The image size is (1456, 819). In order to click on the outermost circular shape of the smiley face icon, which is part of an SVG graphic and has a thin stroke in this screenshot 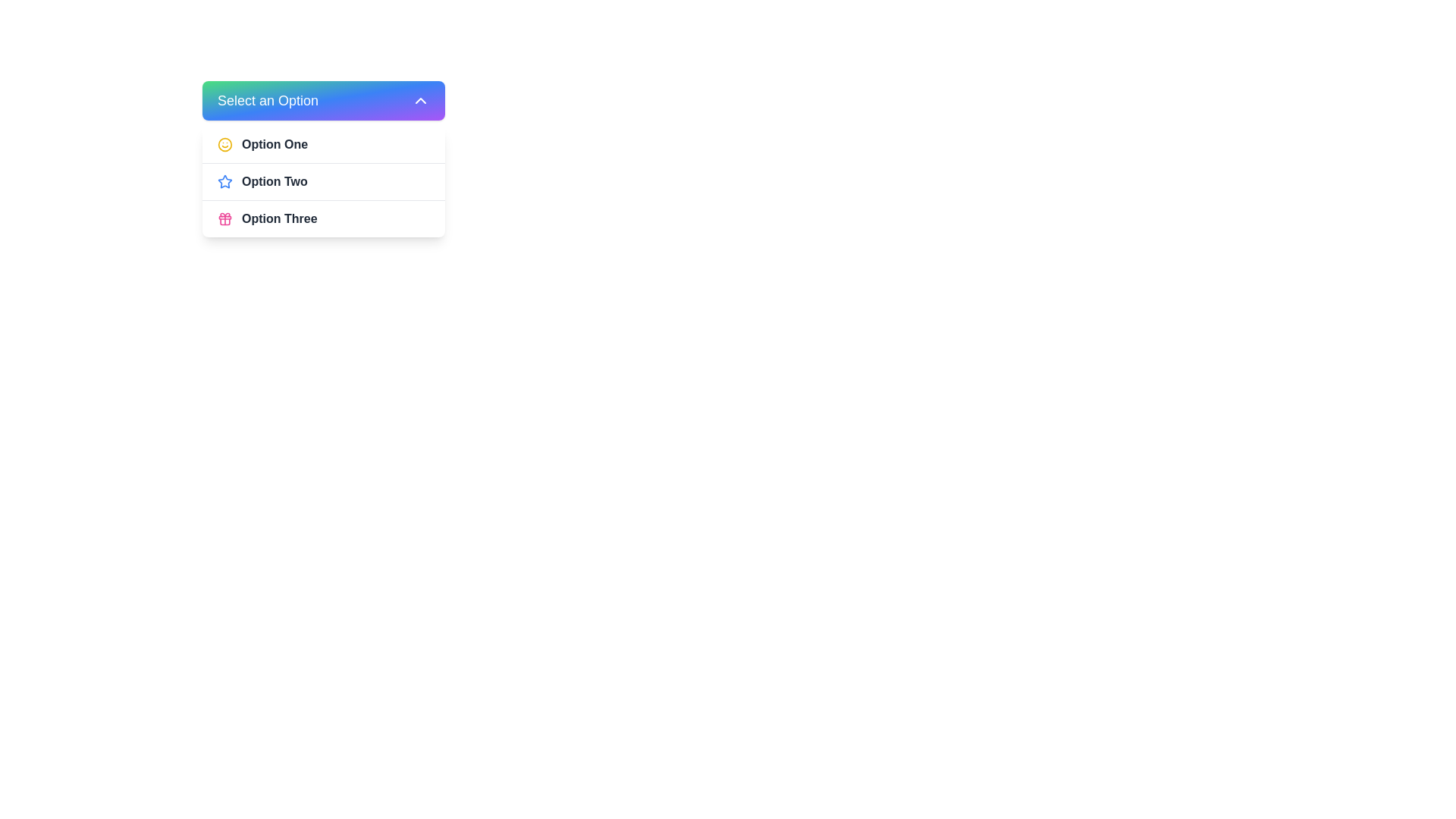, I will do `click(224, 145)`.